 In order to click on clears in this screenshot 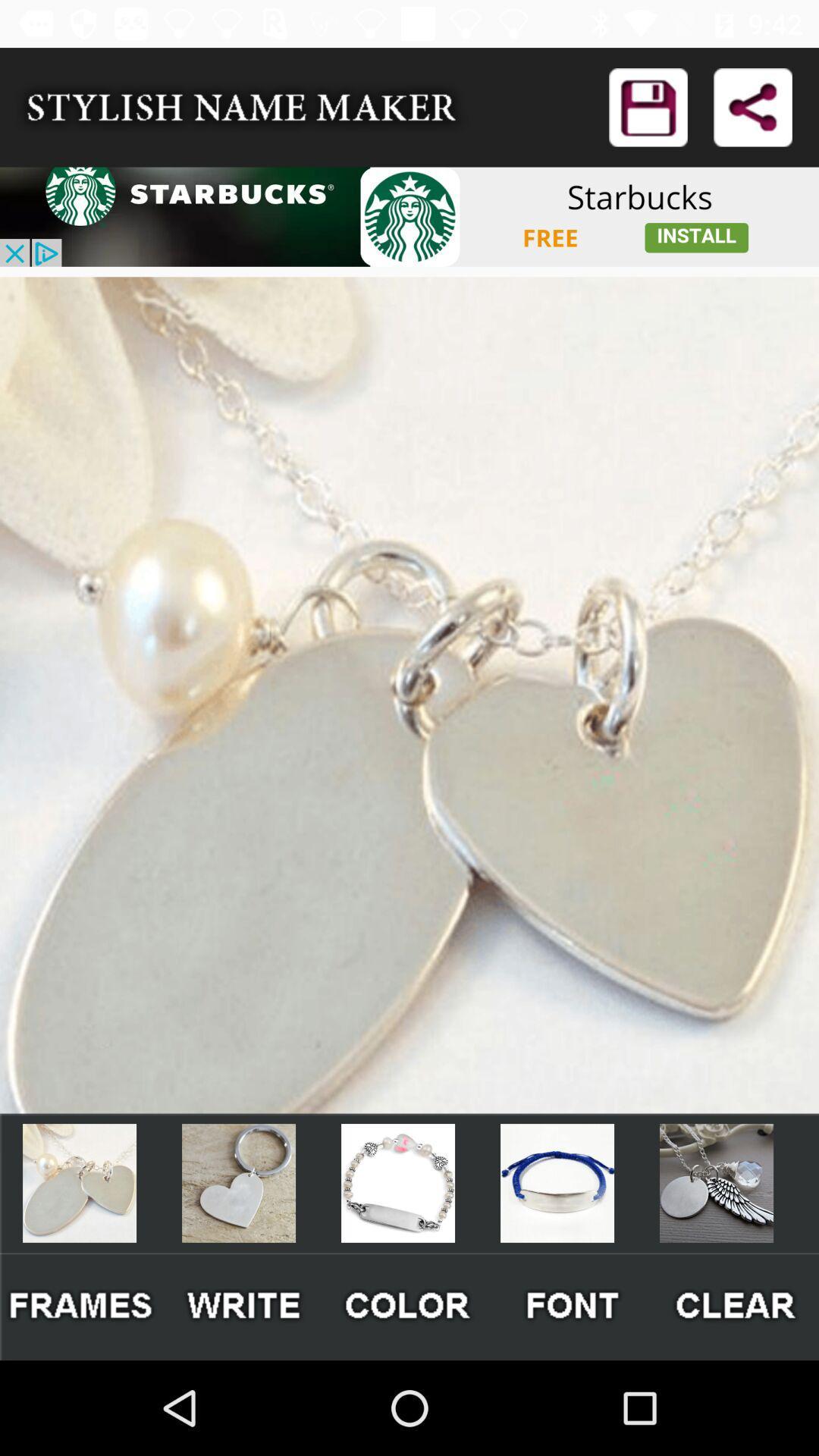, I will do `click(736, 1306)`.